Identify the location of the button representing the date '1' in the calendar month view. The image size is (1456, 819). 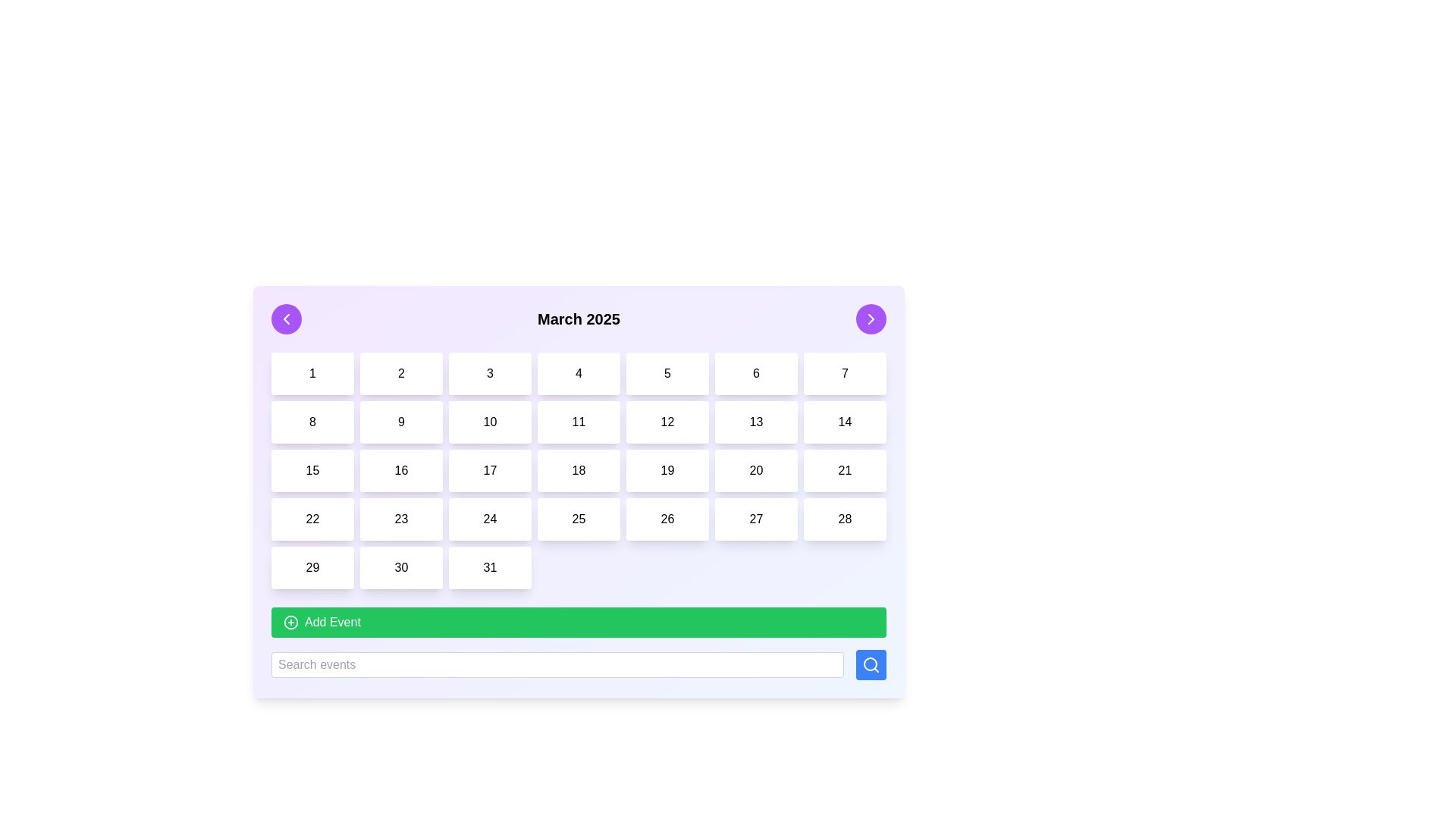
(312, 374).